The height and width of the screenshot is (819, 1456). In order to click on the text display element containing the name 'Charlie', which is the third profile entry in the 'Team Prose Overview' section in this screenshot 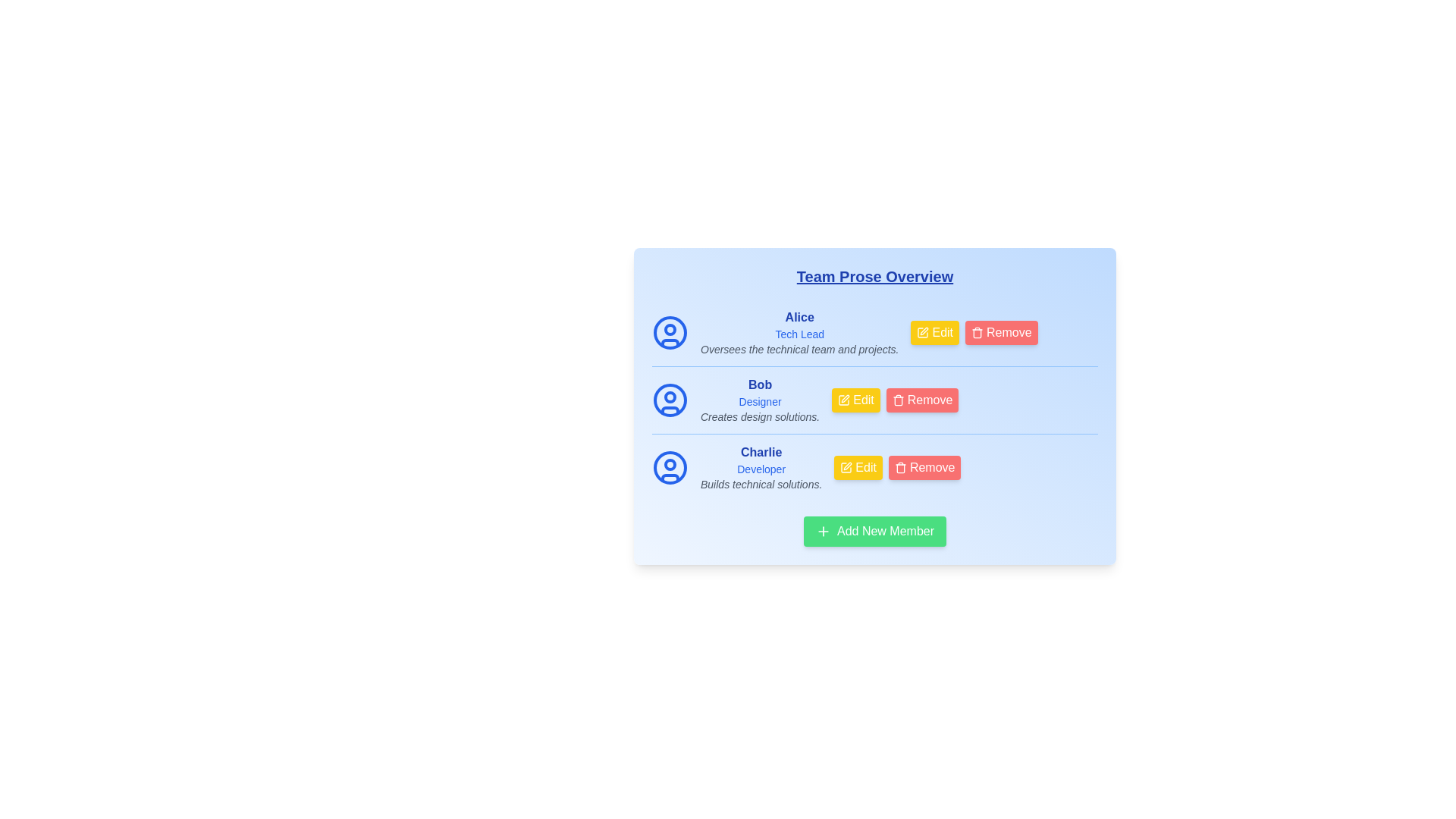, I will do `click(761, 467)`.